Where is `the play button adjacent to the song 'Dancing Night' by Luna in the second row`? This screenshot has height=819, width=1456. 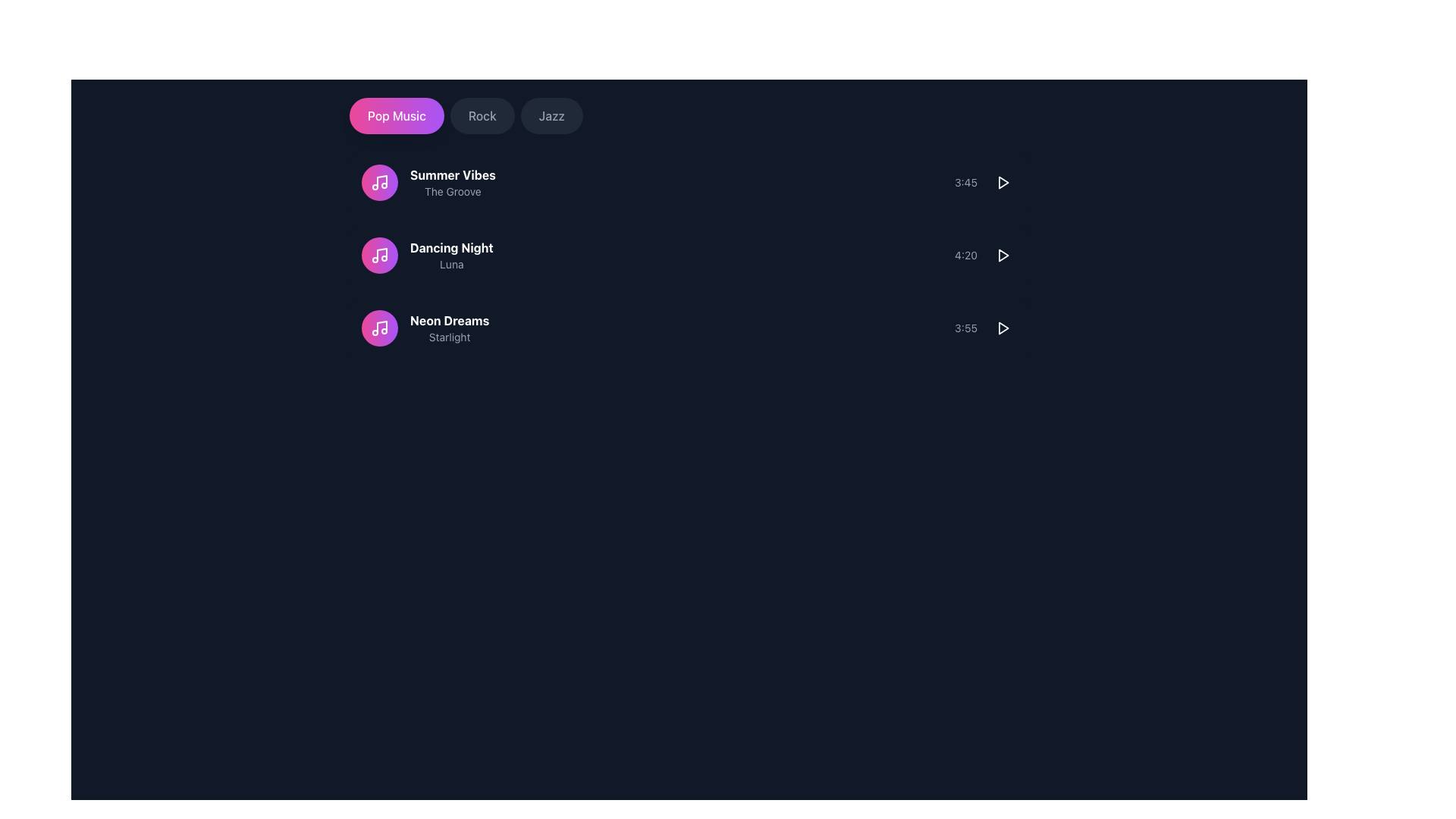 the play button adjacent to the song 'Dancing Night' by Luna in the second row is located at coordinates (1003, 254).